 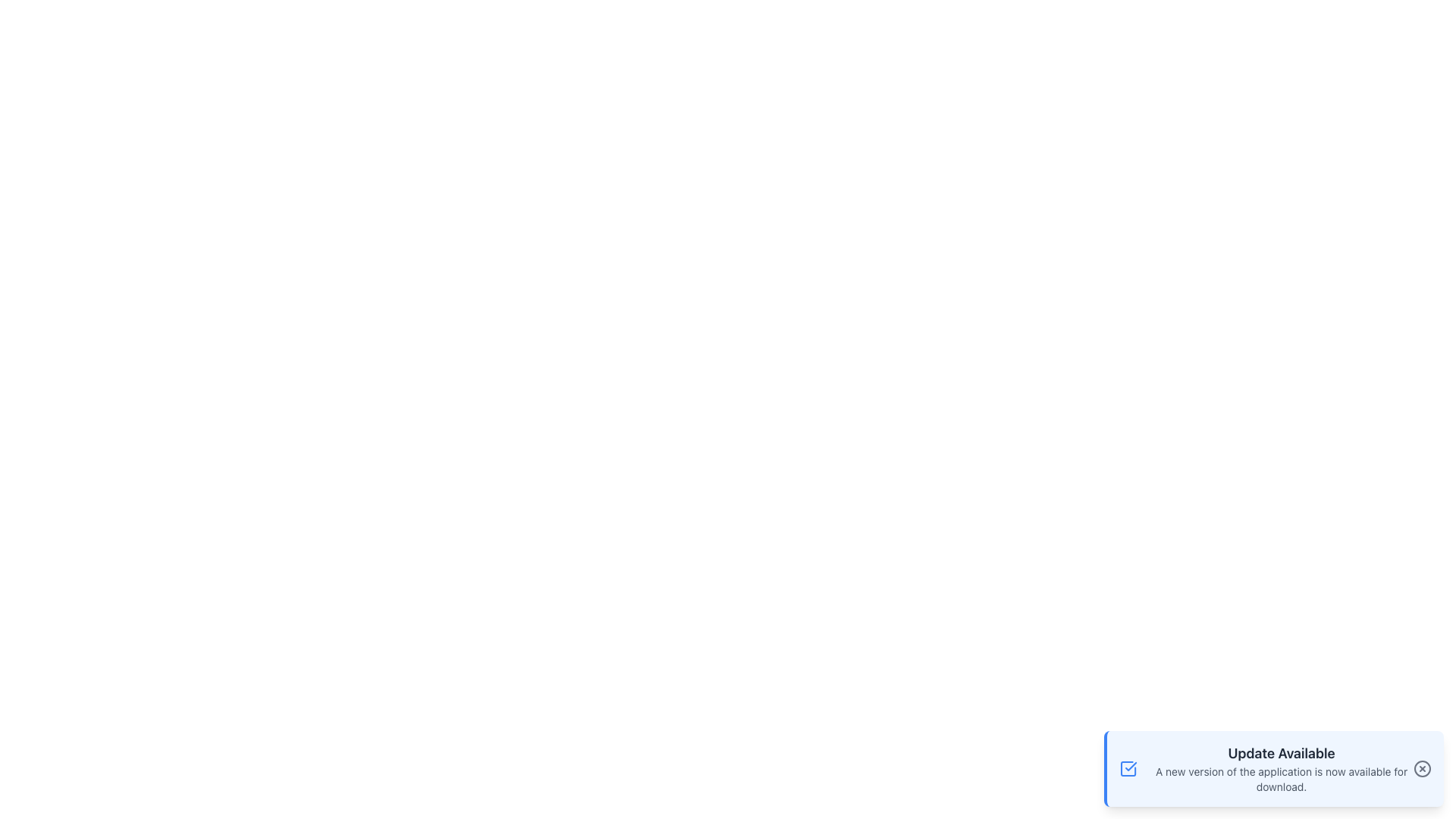 What do you see at coordinates (1128, 769) in the screenshot?
I see `the leftmost icon in the notification box located in the lower right corner of the interface to indicate a successful action or status confirmation` at bounding box center [1128, 769].